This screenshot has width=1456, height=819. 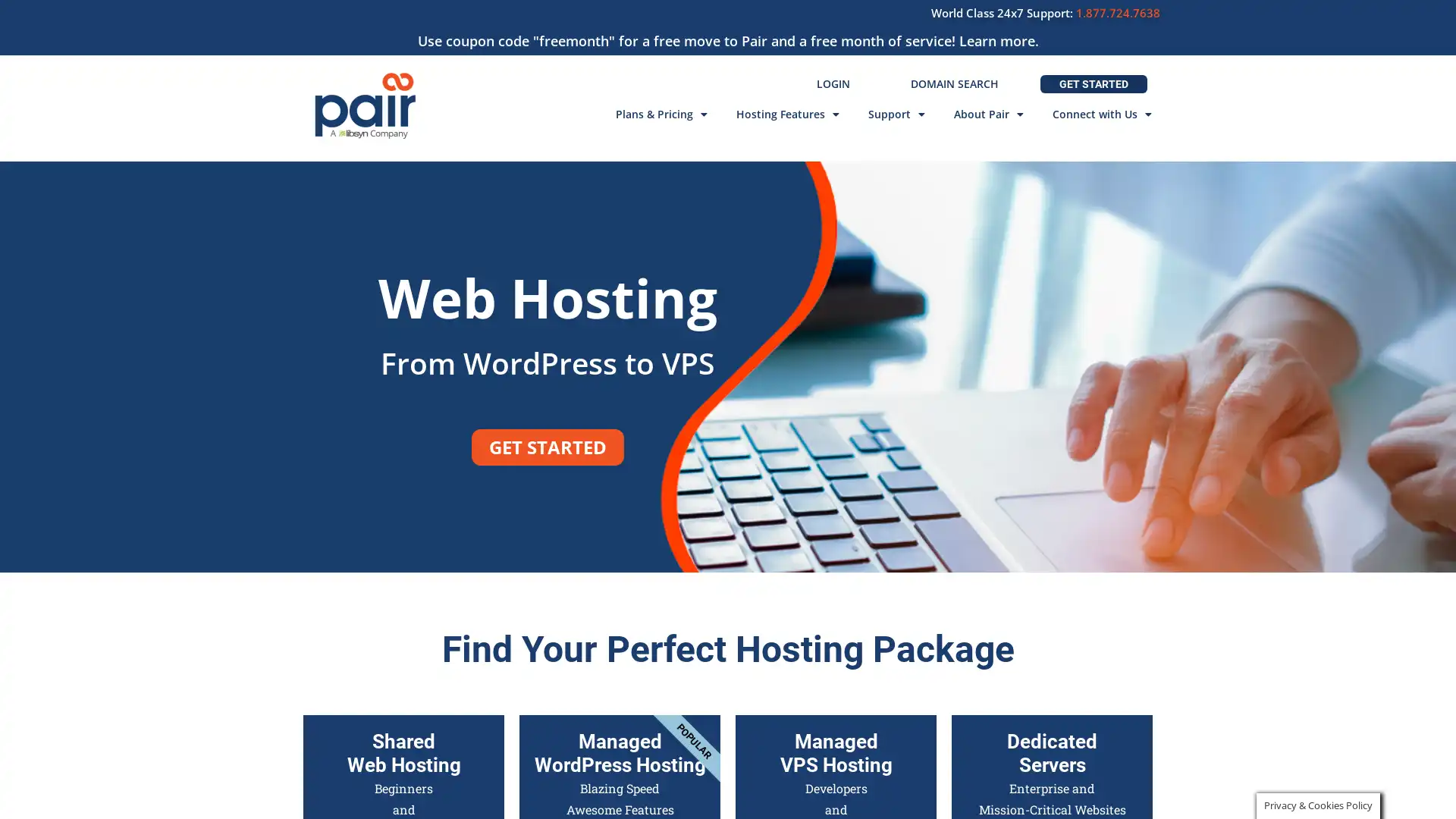 I want to click on DOMAIN SEARCH, so click(x=953, y=84).